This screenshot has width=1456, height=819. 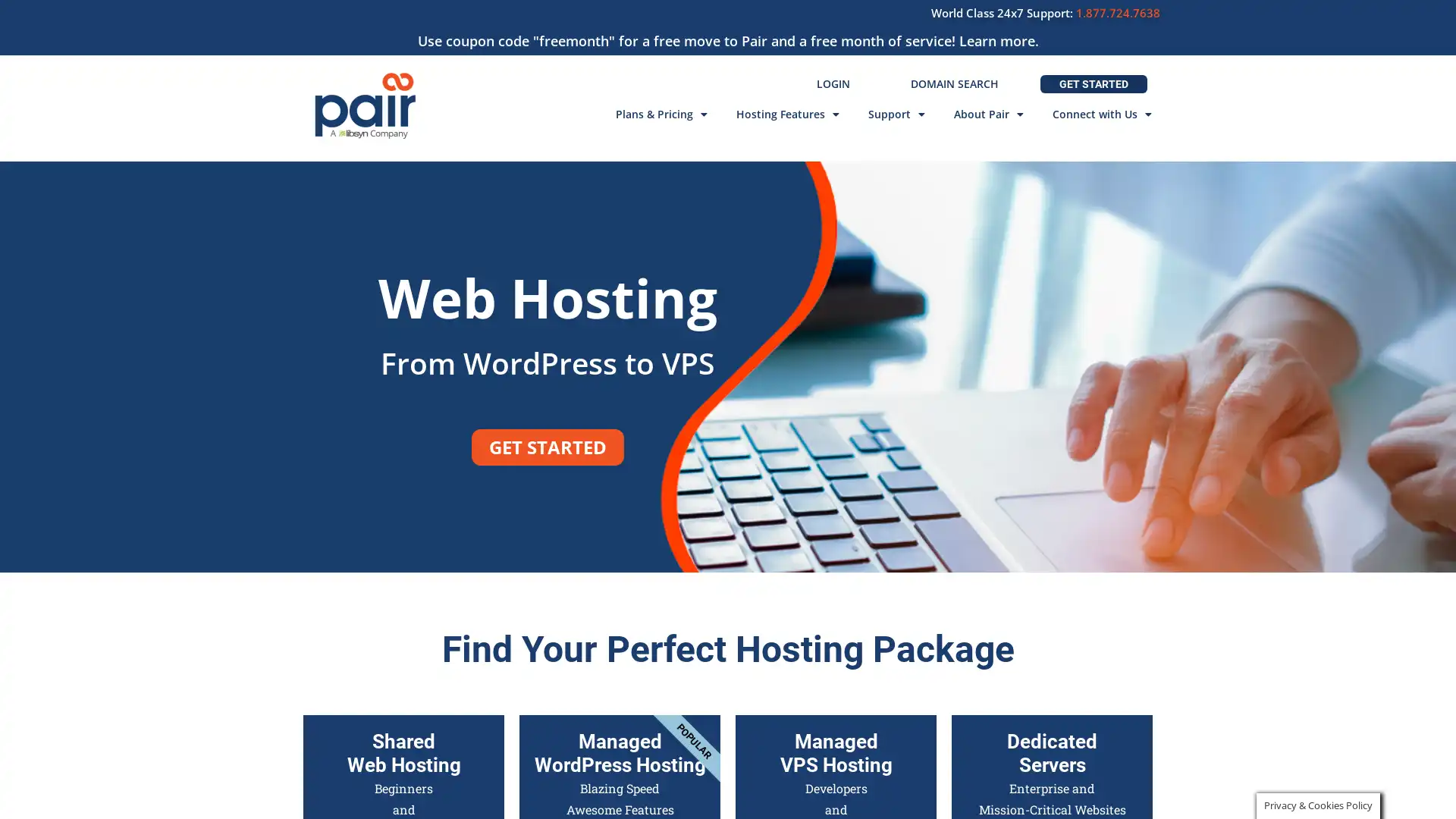 I want to click on DOMAIN SEARCH, so click(x=953, y=84).